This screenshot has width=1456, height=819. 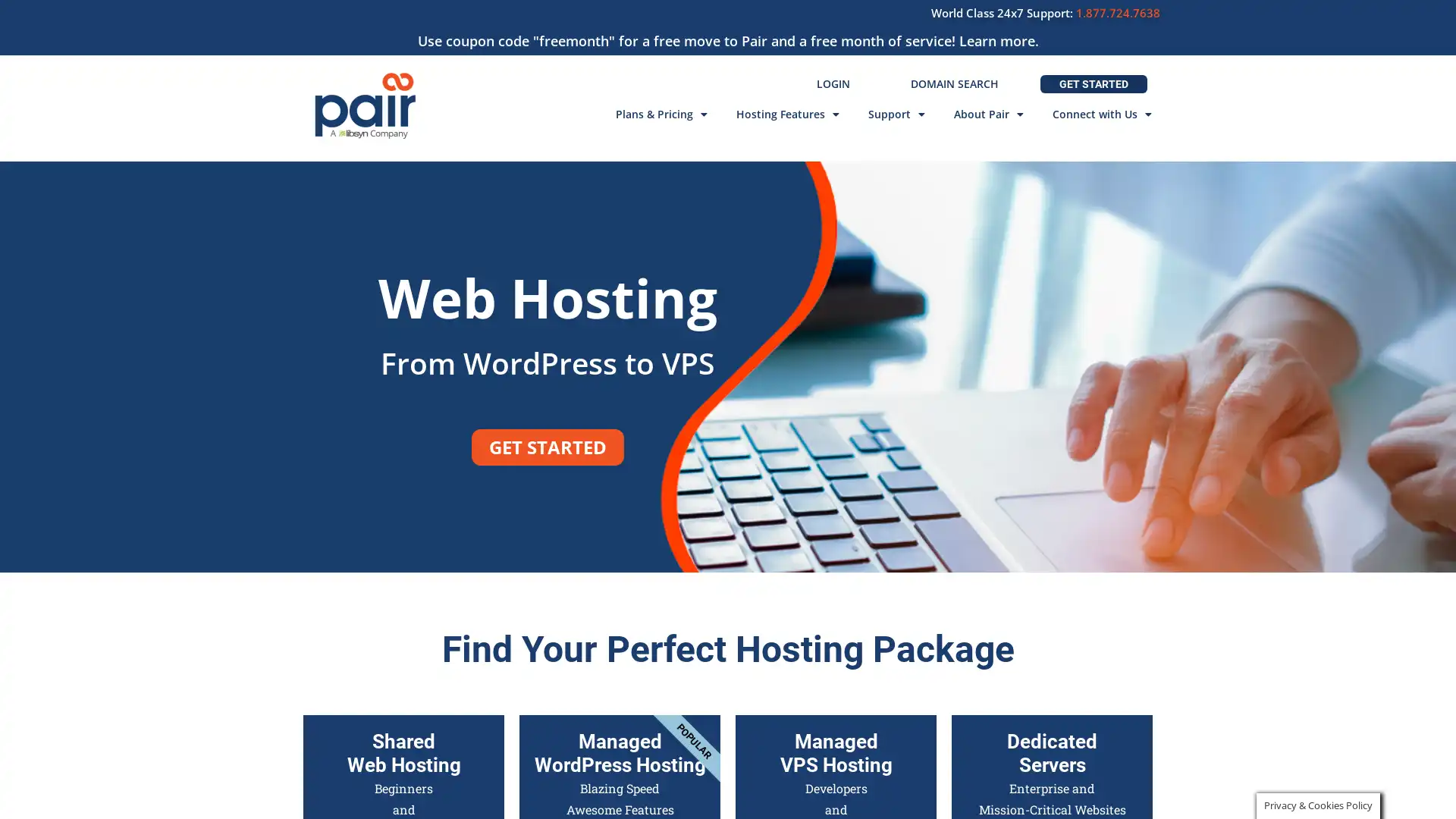 I want to click on DOMAIN SEARCH, so click(x=953, y=84).